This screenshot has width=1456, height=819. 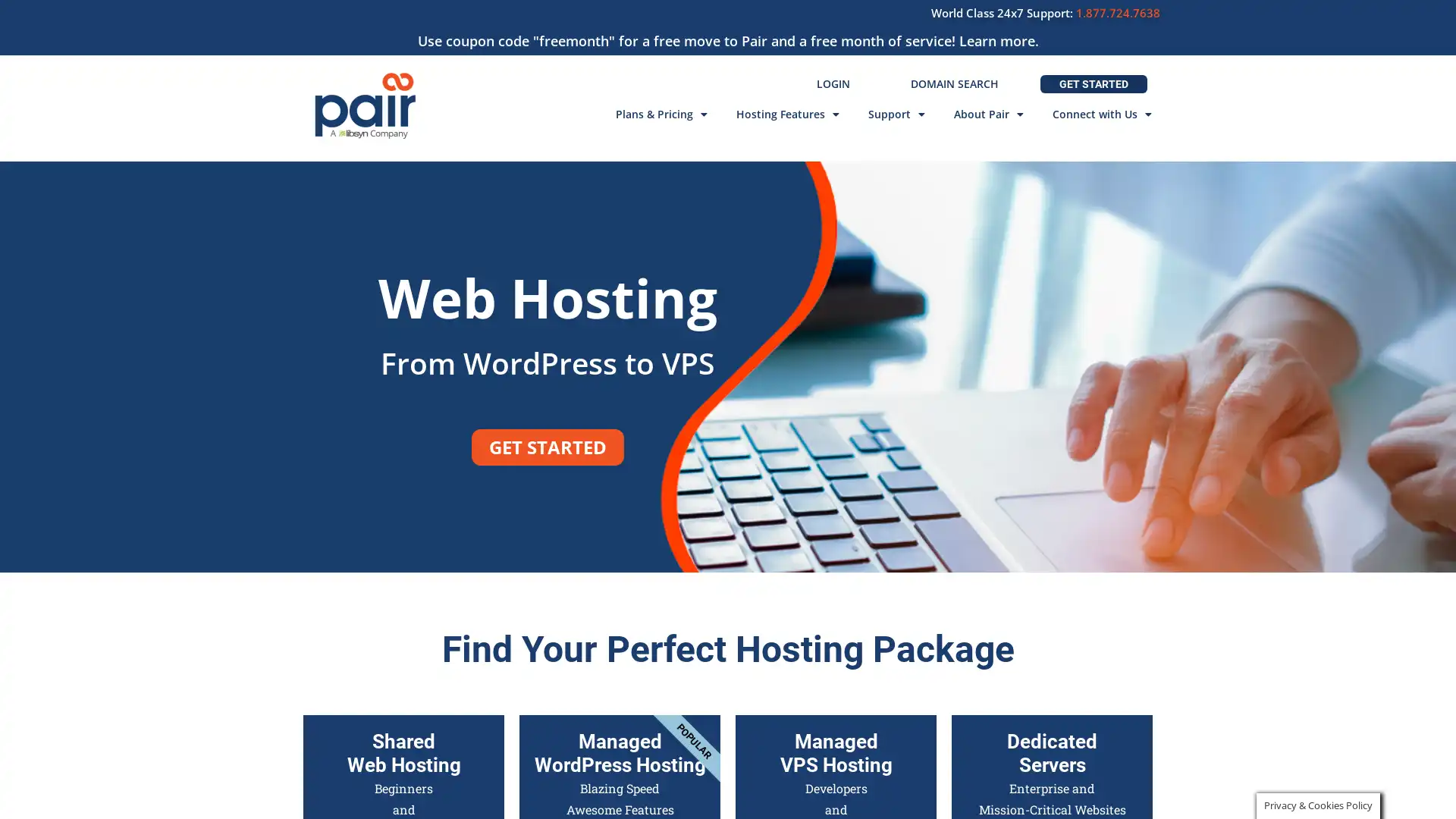 I want to click on DOMAIN SEARCH, so click(x=953, y=84).